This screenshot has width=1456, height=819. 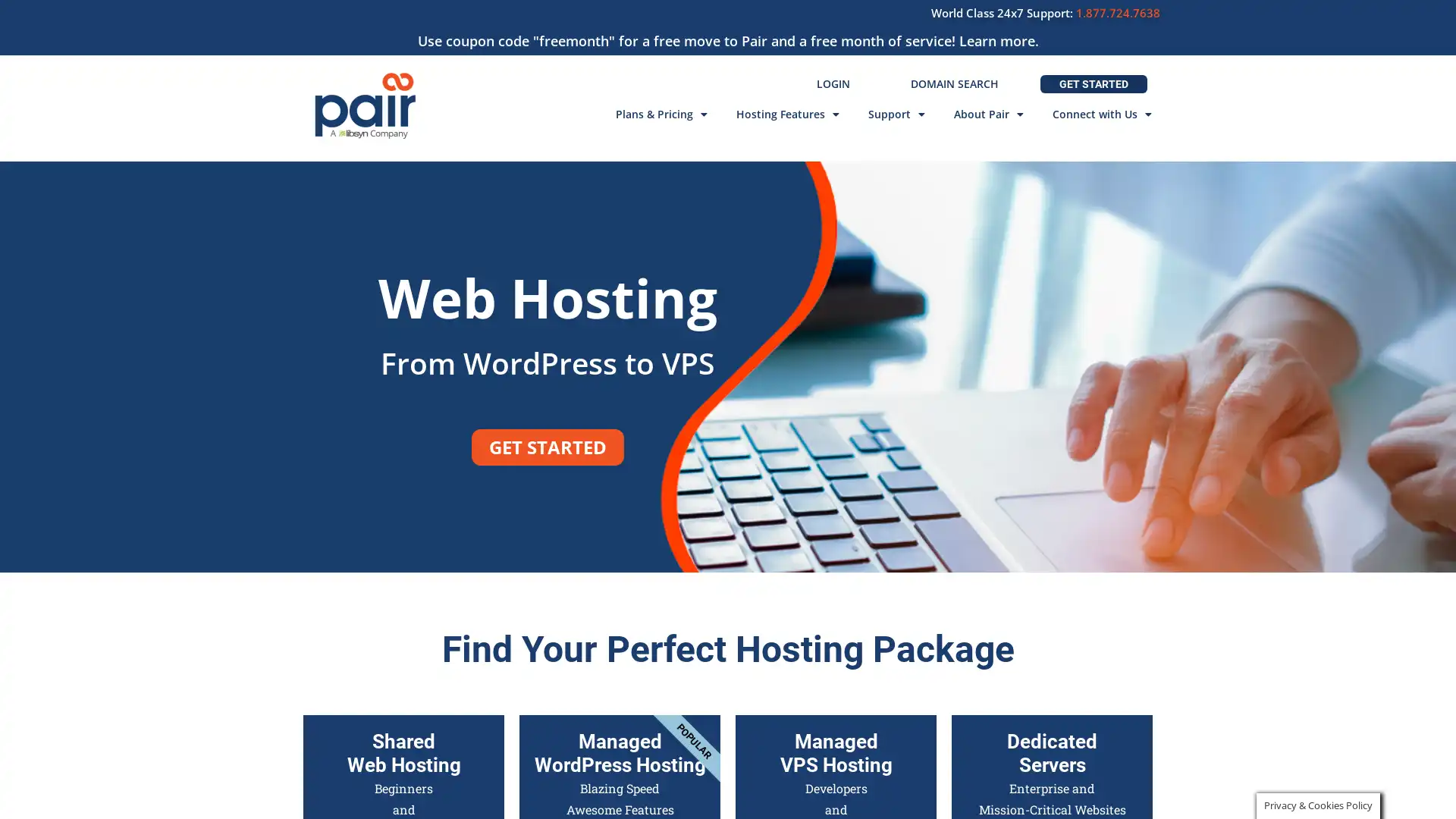 I want to click on DOMAIN SEARCH, so click(x=953, y=84).